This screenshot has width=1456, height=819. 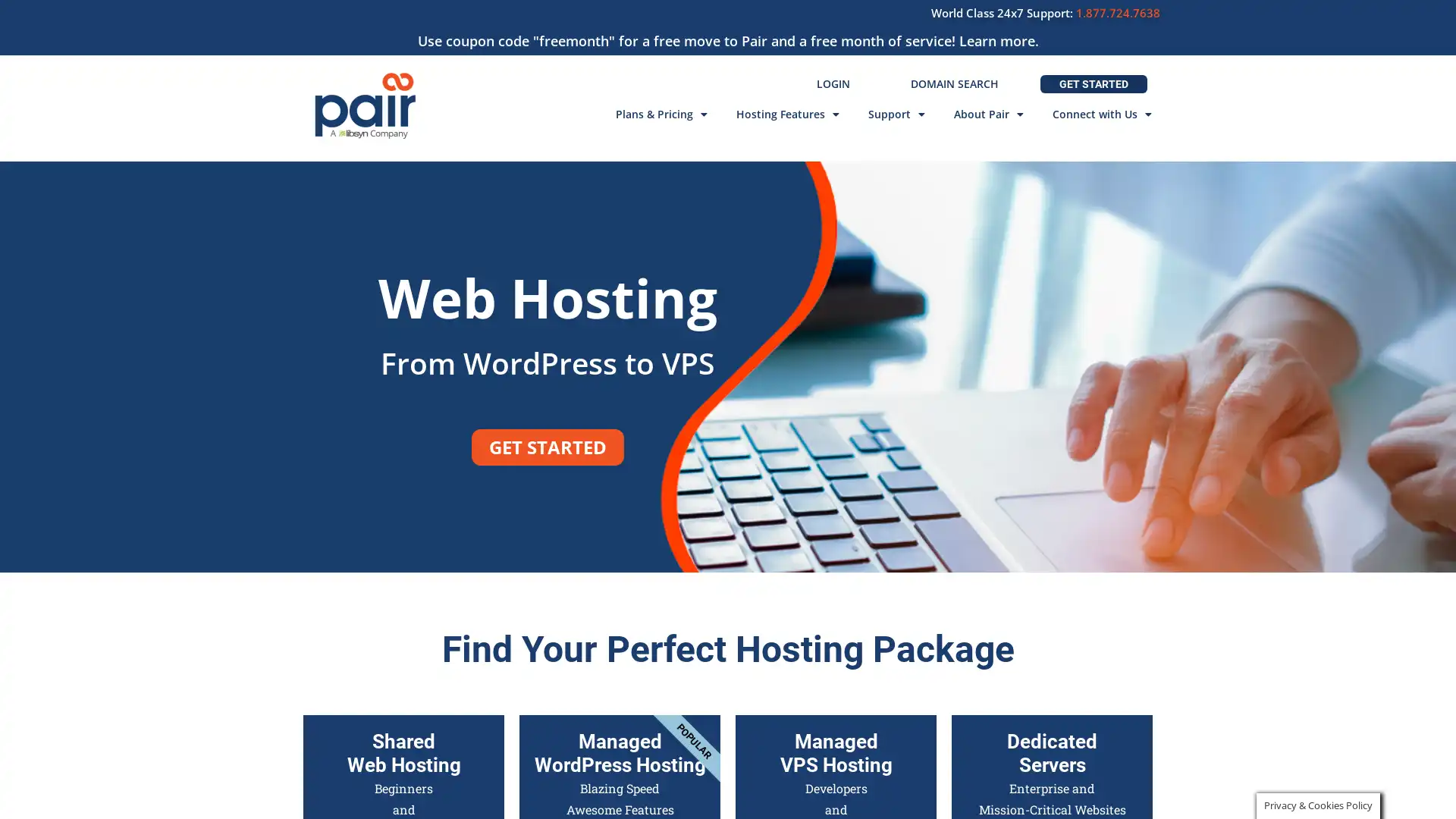 I want to click on DOMAIN SEARCH, so click(x=953, y=84).